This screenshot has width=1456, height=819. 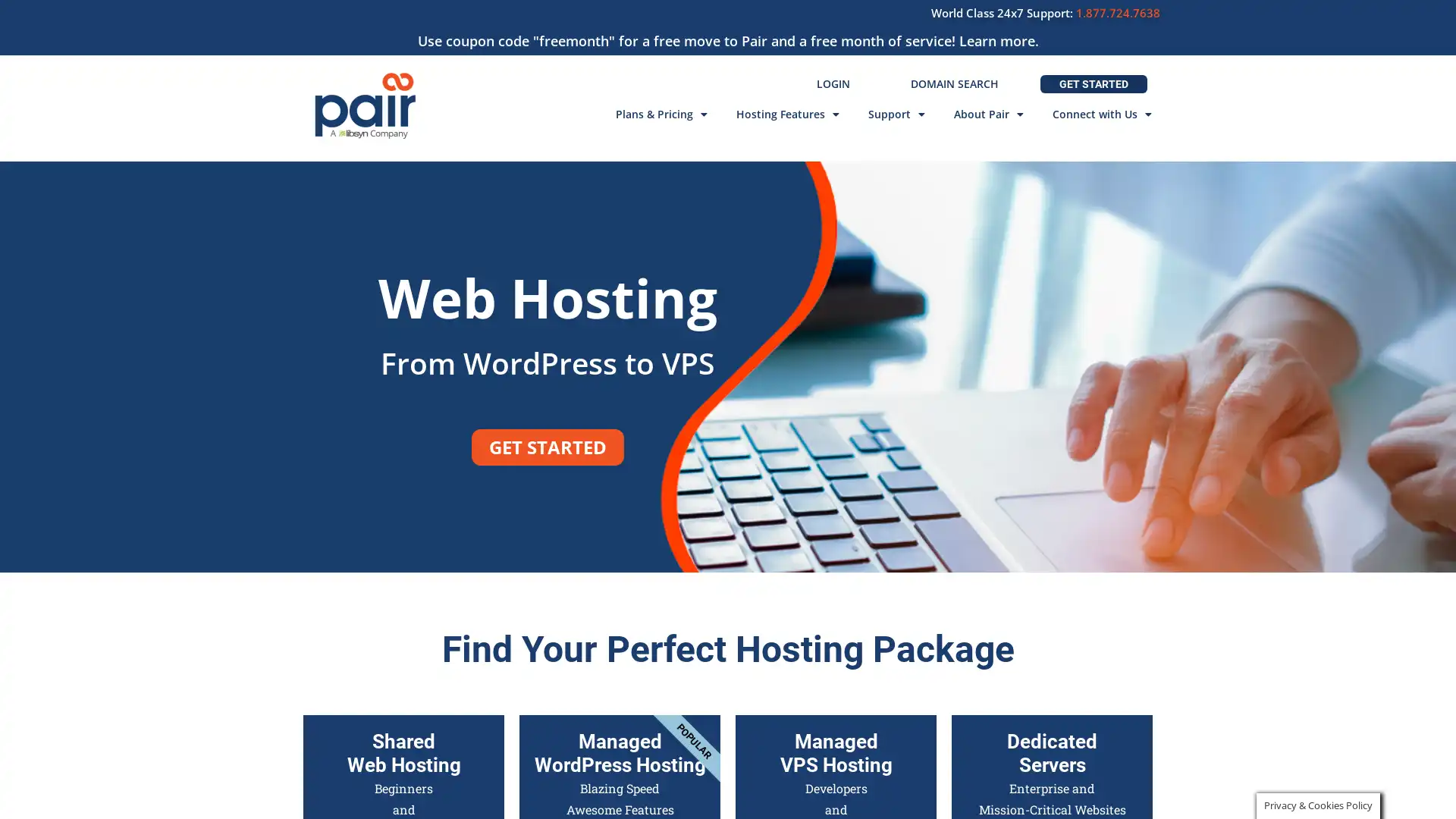 I want to click on DOMAIN SEARCH, so click(x=953, y=84).